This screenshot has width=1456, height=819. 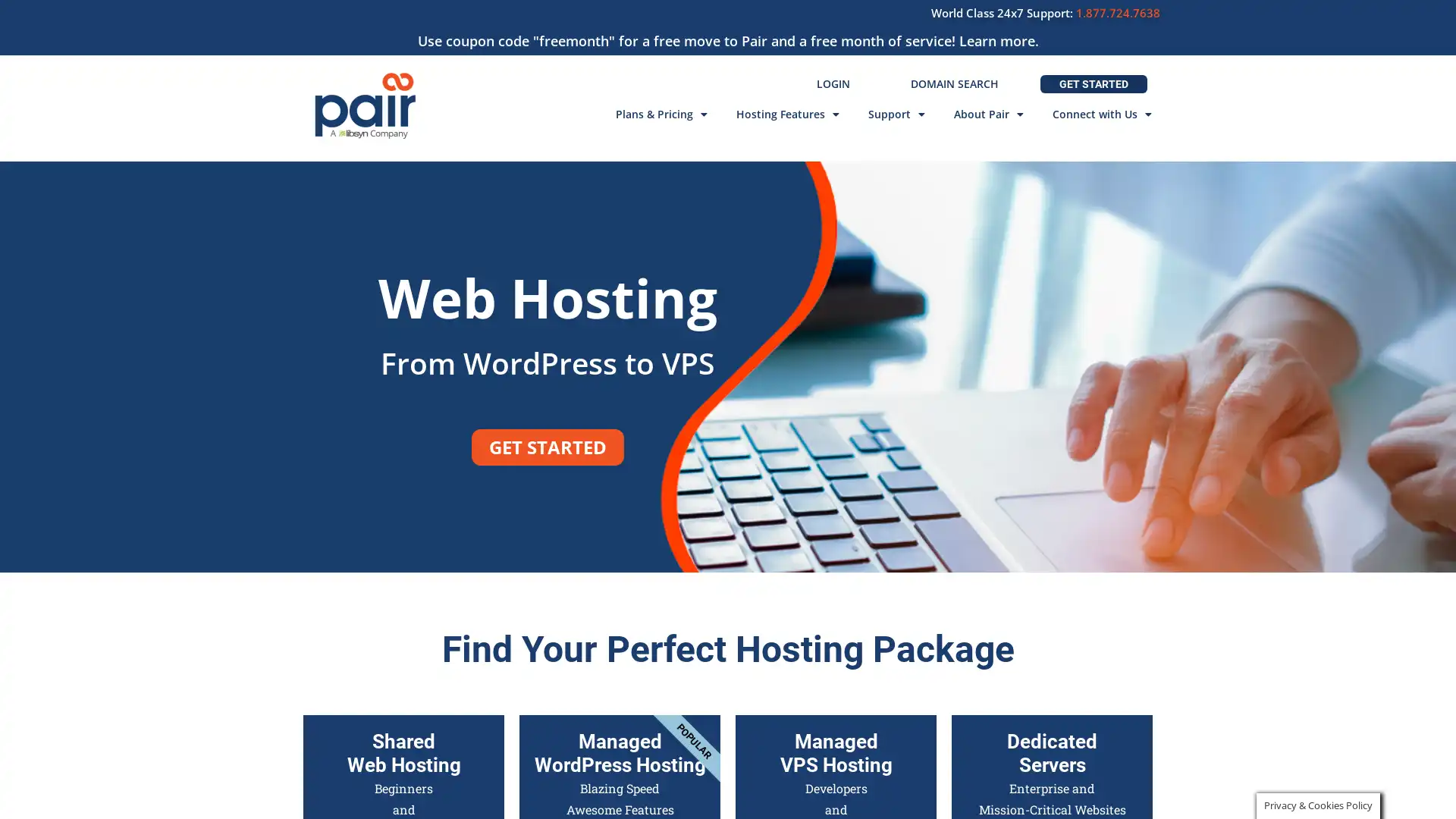 I want to click on DOMAIN SEARCH, so click(x=953, y=84).